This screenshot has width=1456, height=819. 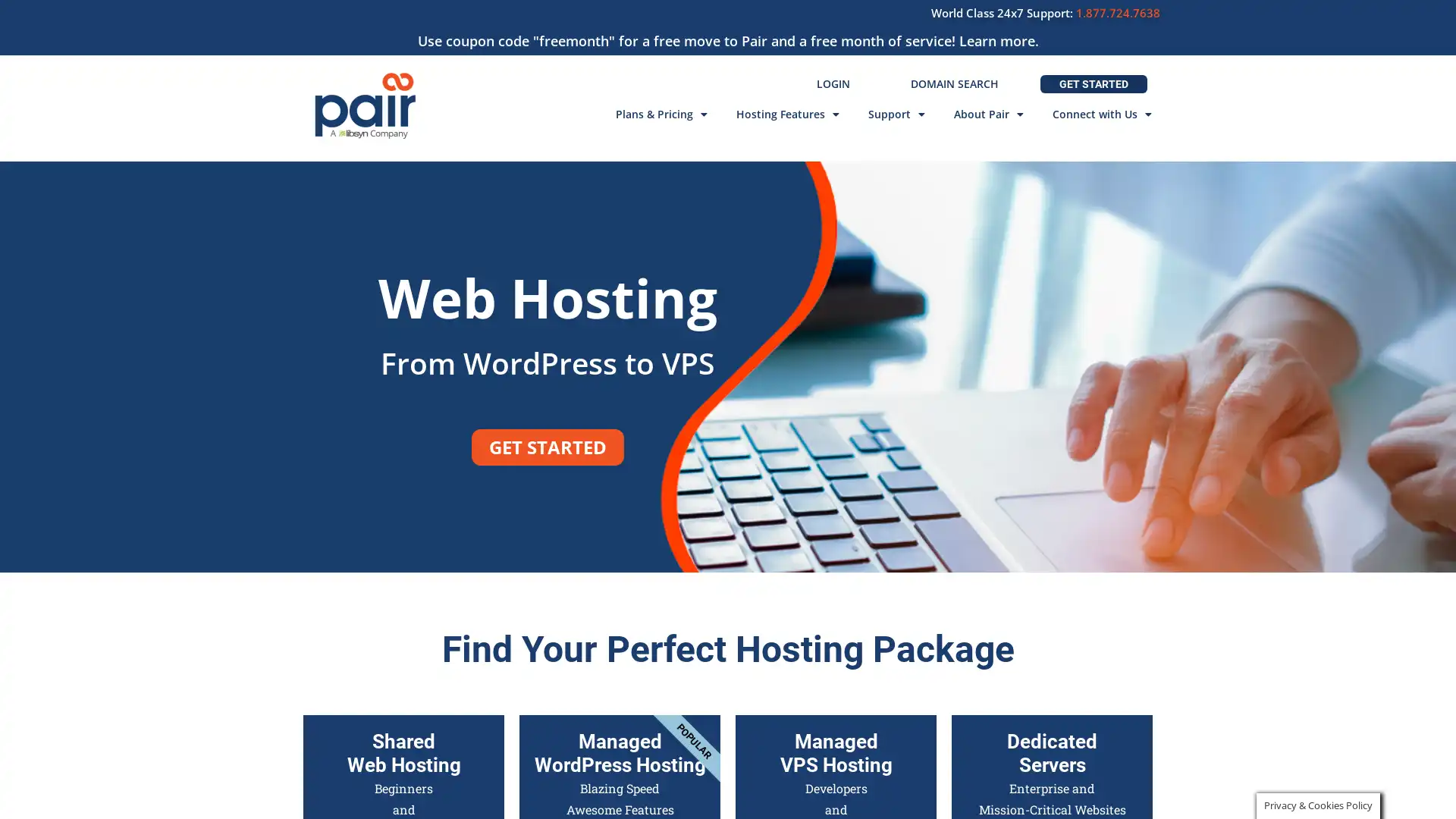 I want to click on DOMAIN SEARCH, so click(x=953, y=84).